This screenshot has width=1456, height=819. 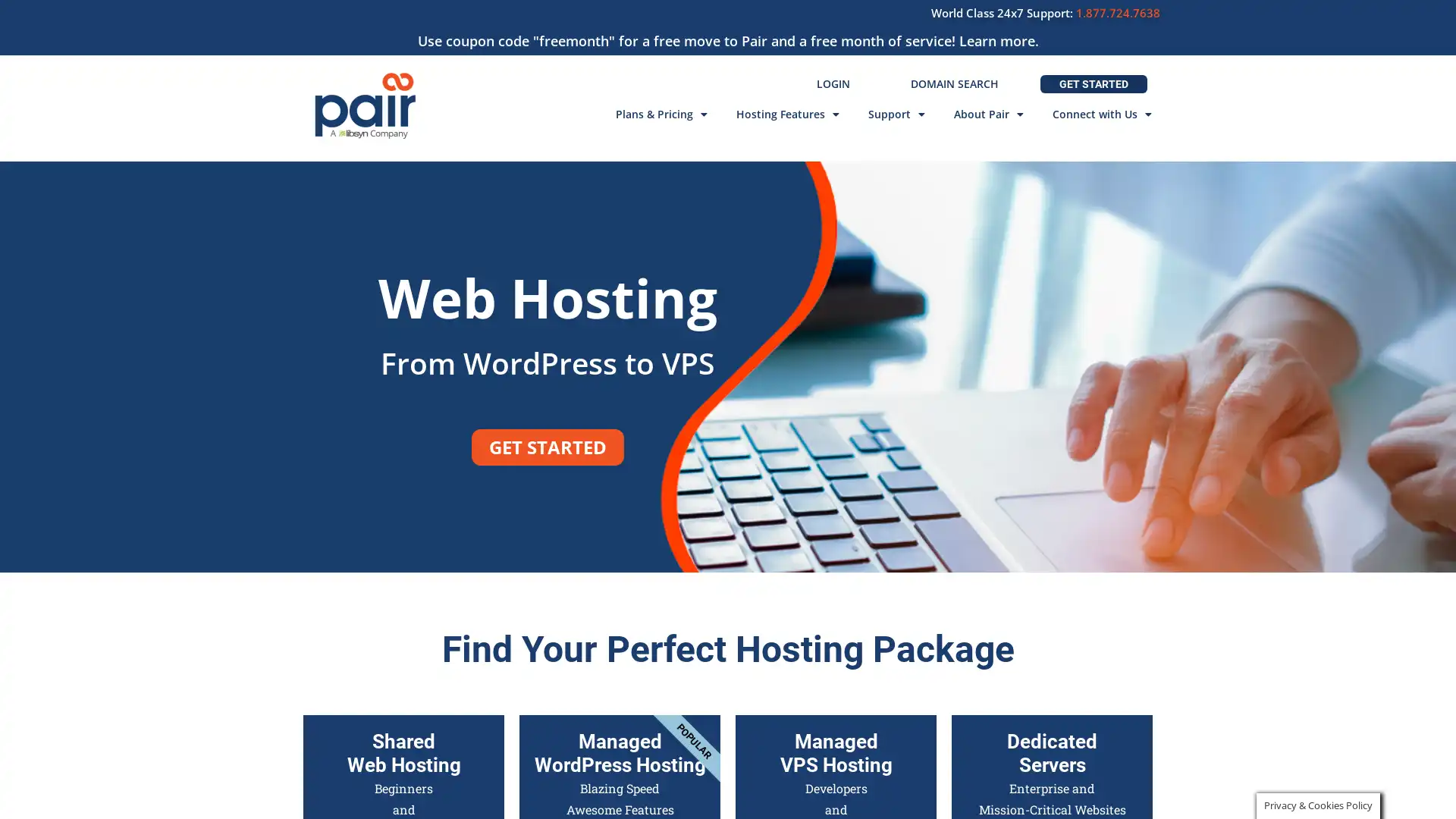 I want to click on DOMAIN SEARCH, so click(x=953, y=84).